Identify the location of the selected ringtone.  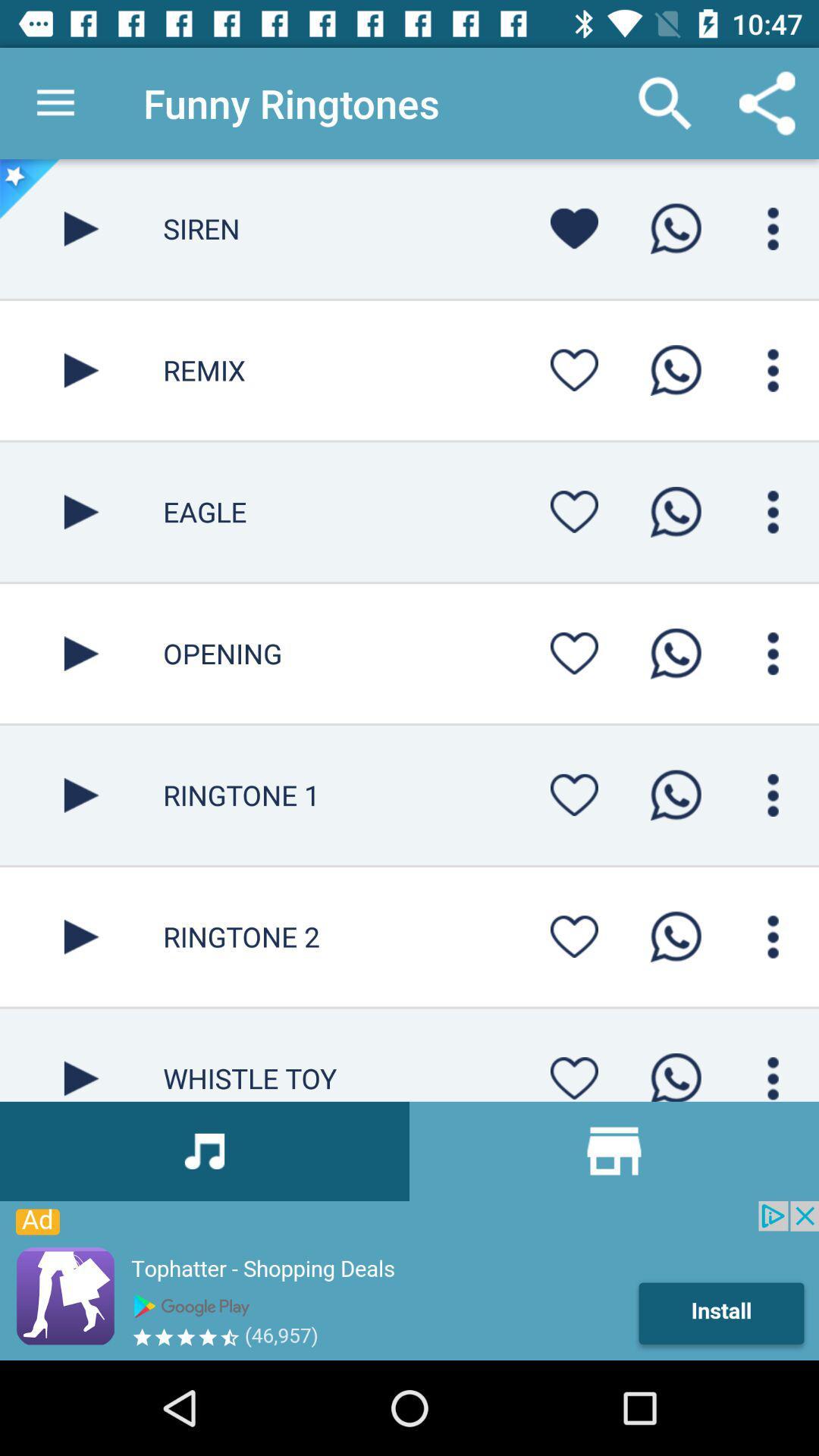
(81, 794).